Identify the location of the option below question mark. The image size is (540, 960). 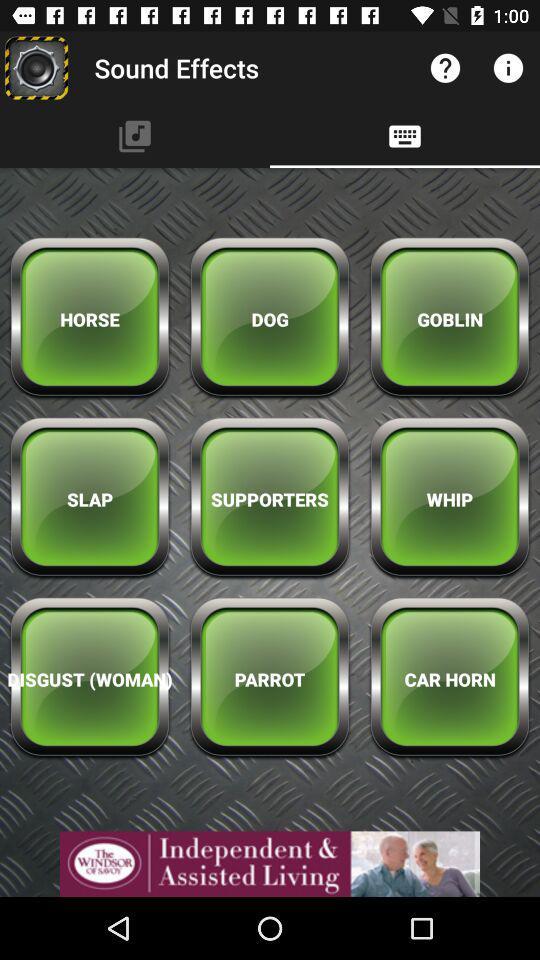
(405, 135).